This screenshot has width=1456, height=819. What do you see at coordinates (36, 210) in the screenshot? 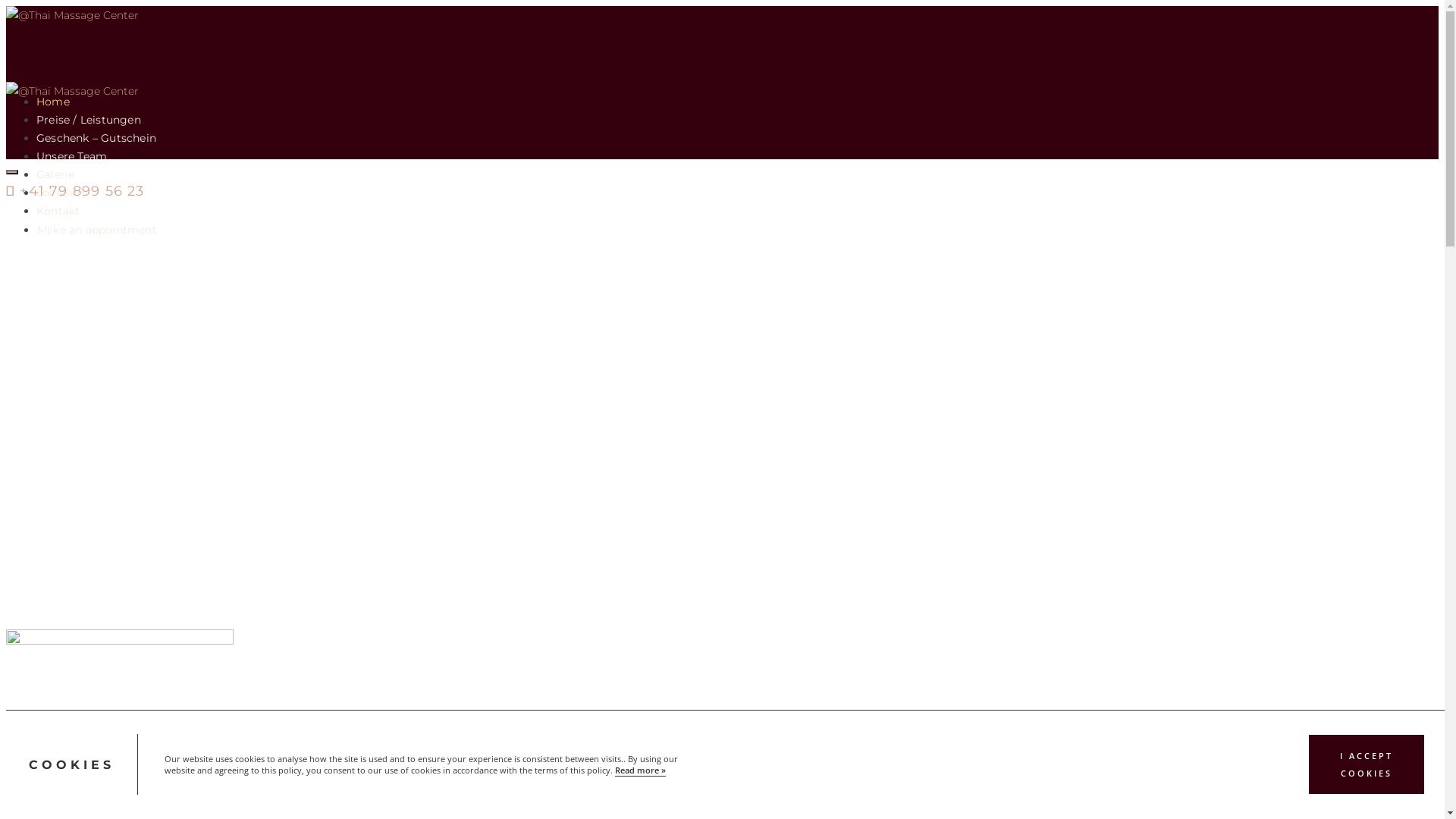
I see `'Kontakt'` at bounding box center [36, 210].